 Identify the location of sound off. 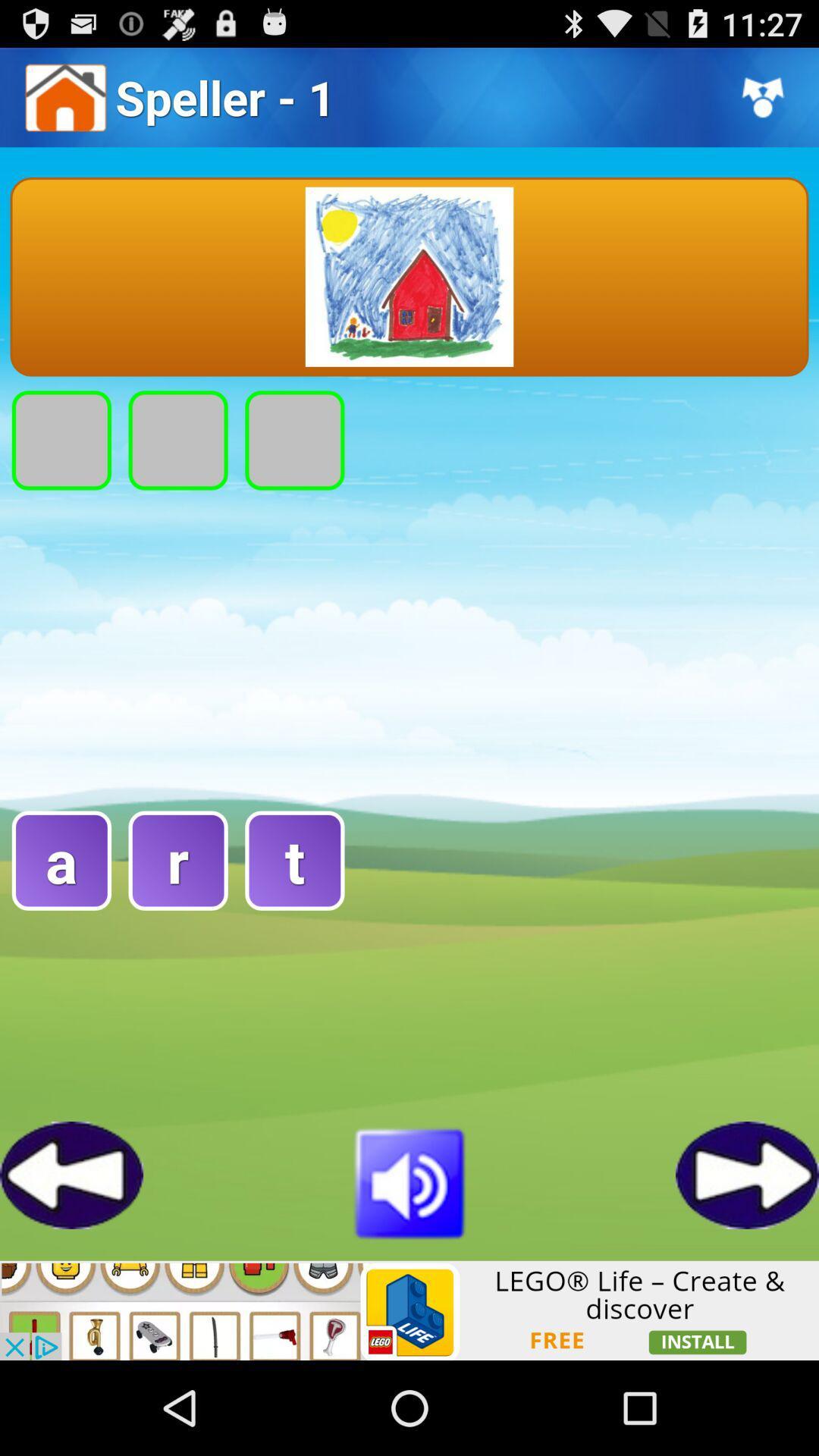
(409, 1180).